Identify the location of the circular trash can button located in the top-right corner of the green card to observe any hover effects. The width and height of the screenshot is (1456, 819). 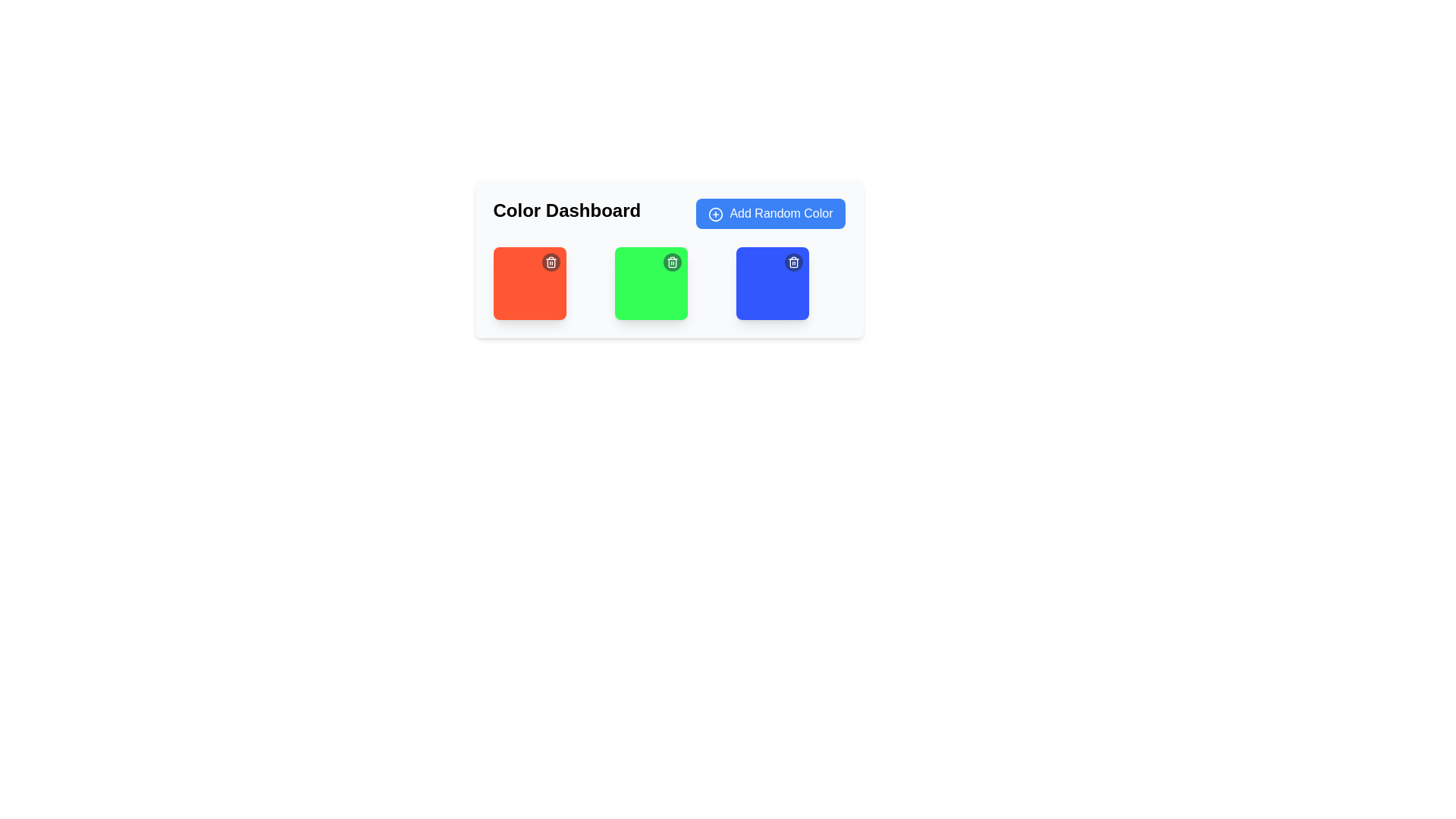
(671, 262).